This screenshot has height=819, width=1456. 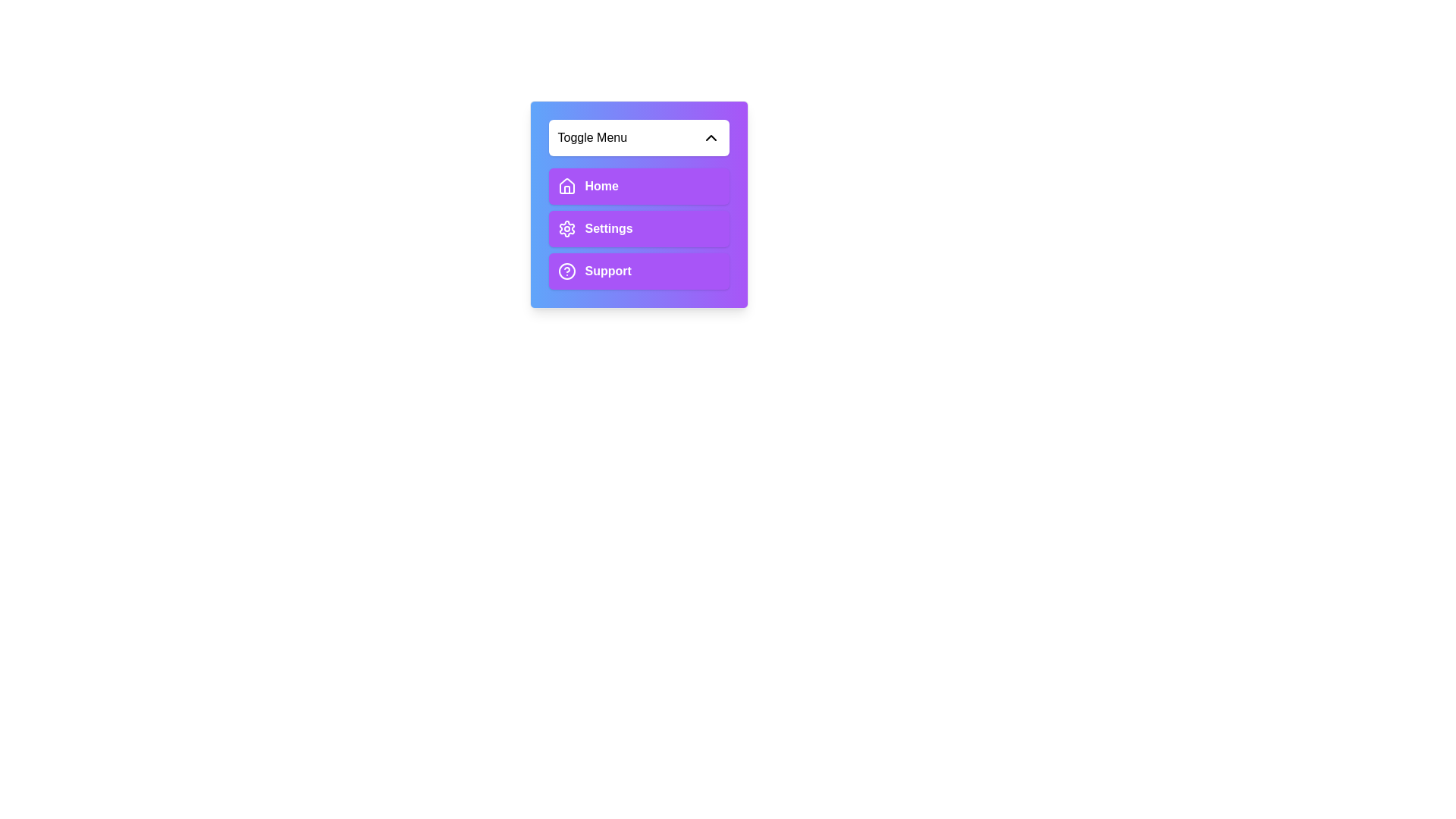 What do you see at coordinates (566, 228) in the screenshot?
I see `the 'Settings' button, which is the second option in the vertical menu, to visually indicate the settings functionality of the application` at bounding box center [566, 228].